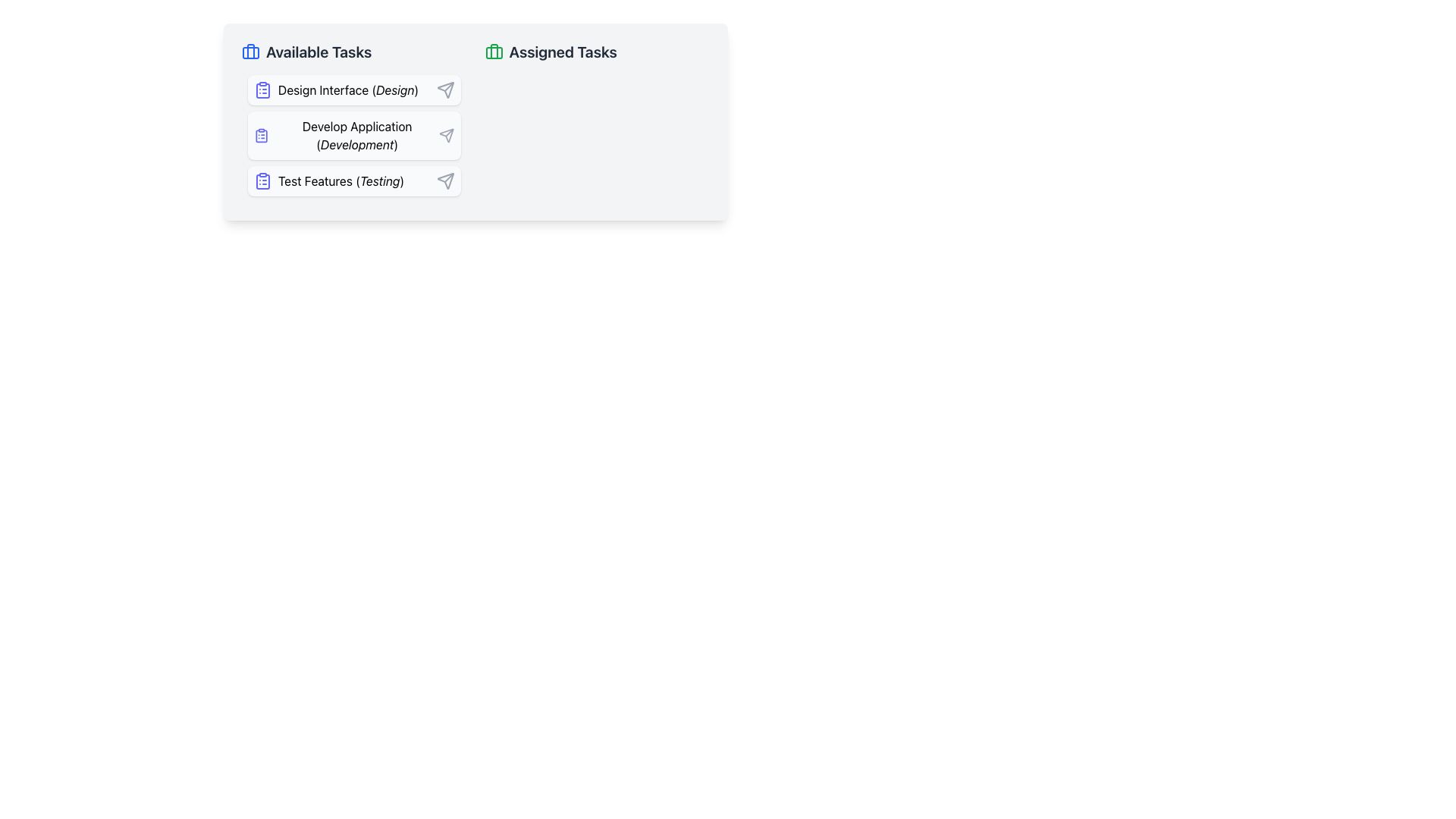 The image size is (1456, 819). Describe the element at coordinates (353, 90) in the screenshot. I see `the first item in the 'Available Tasks' list` at that location.